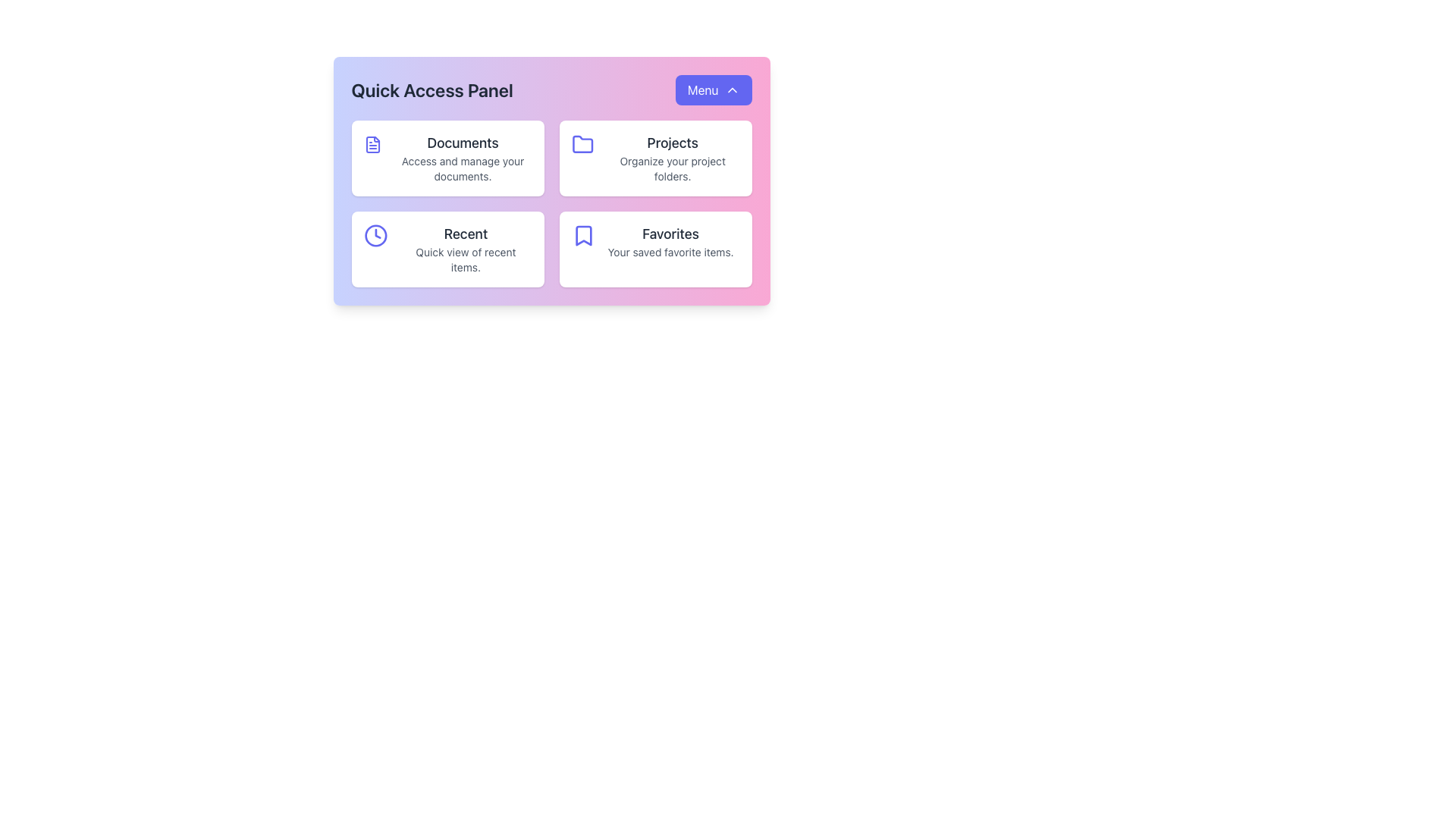  Describe the element at coordinates (375, 236) in the screenshot. I see `the 'Recent' icon in the Quick Access Panel` at that location.